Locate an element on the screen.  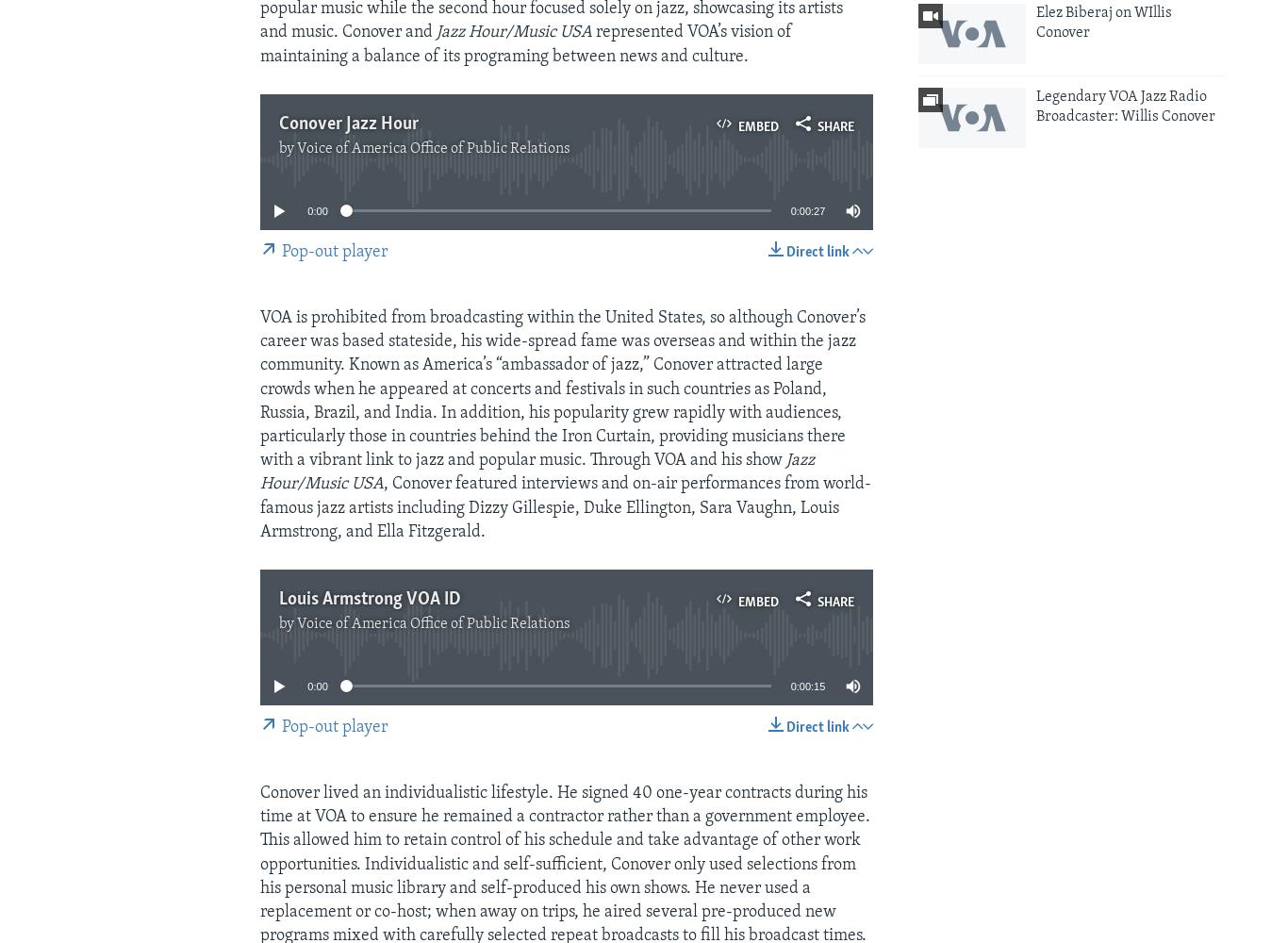
'Louis Armstrong VOA ID' is located at coordinates (369, 599).